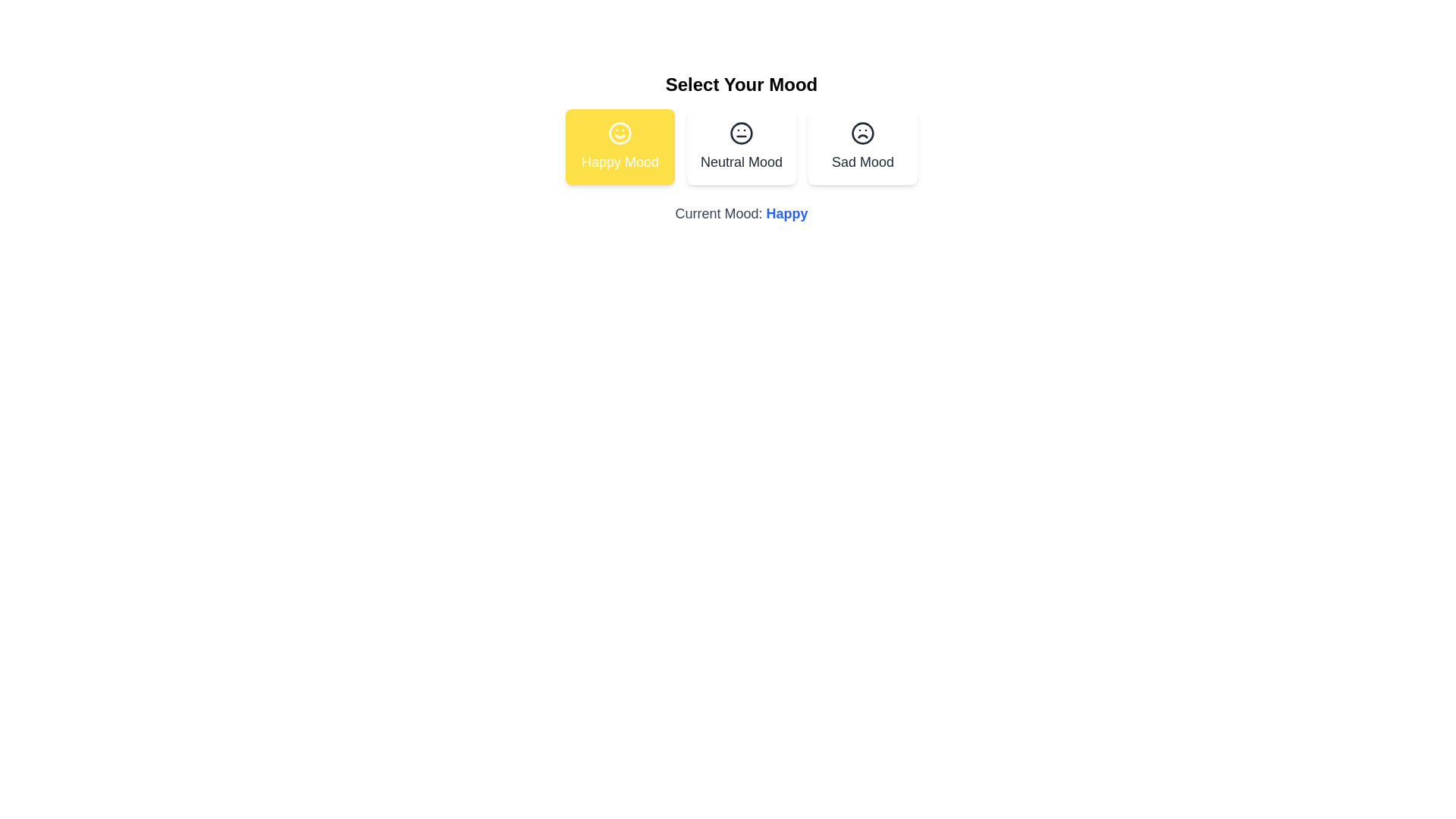 The height and width of the screenshot is (819, 1456). Describe the element at coordinates (620, 146) in the screenshot. I see `the button corresponding to the mood Happy` at that location.